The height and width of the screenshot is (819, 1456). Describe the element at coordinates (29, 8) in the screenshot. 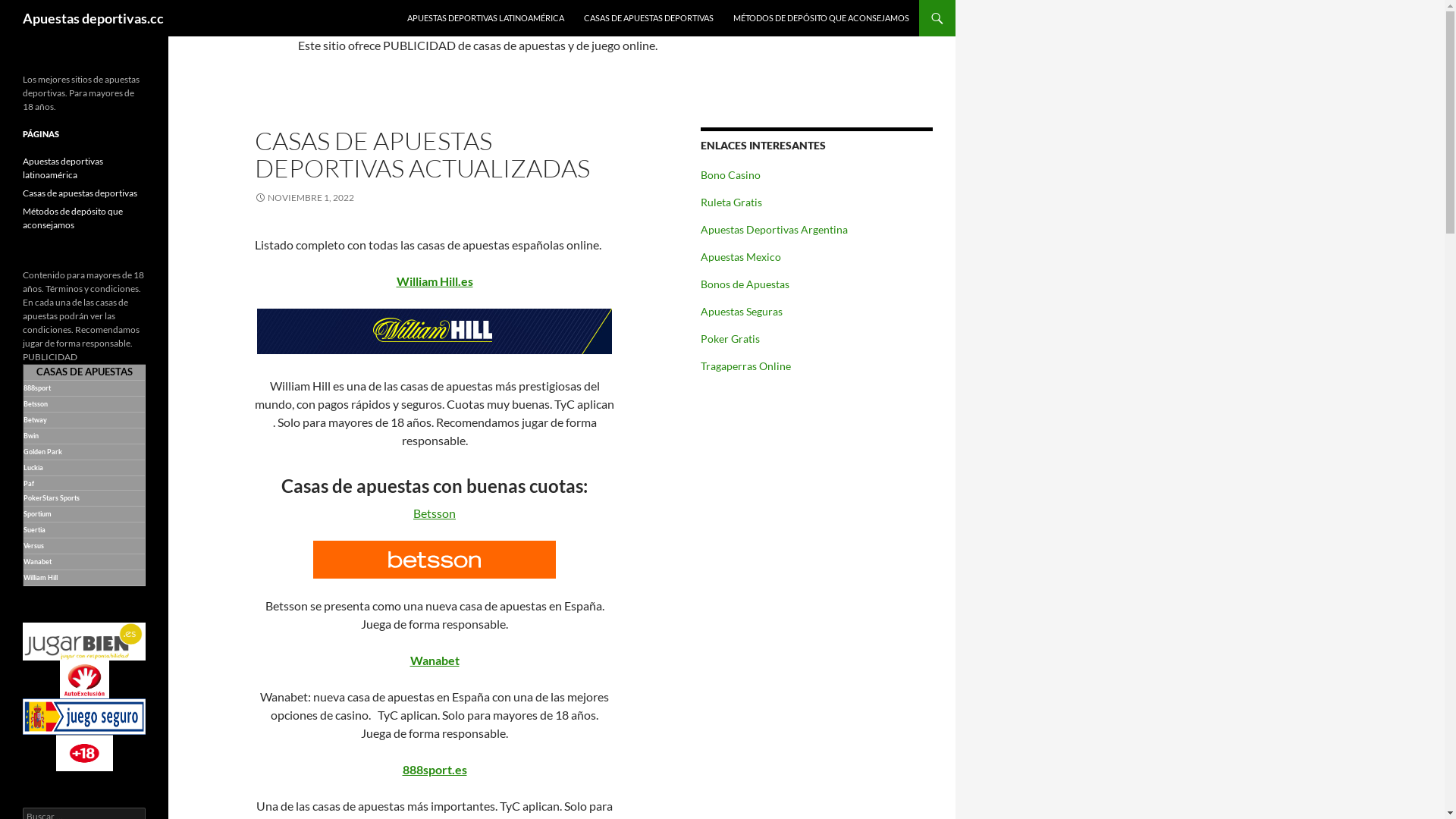

I see `'Buscar'` at that location.